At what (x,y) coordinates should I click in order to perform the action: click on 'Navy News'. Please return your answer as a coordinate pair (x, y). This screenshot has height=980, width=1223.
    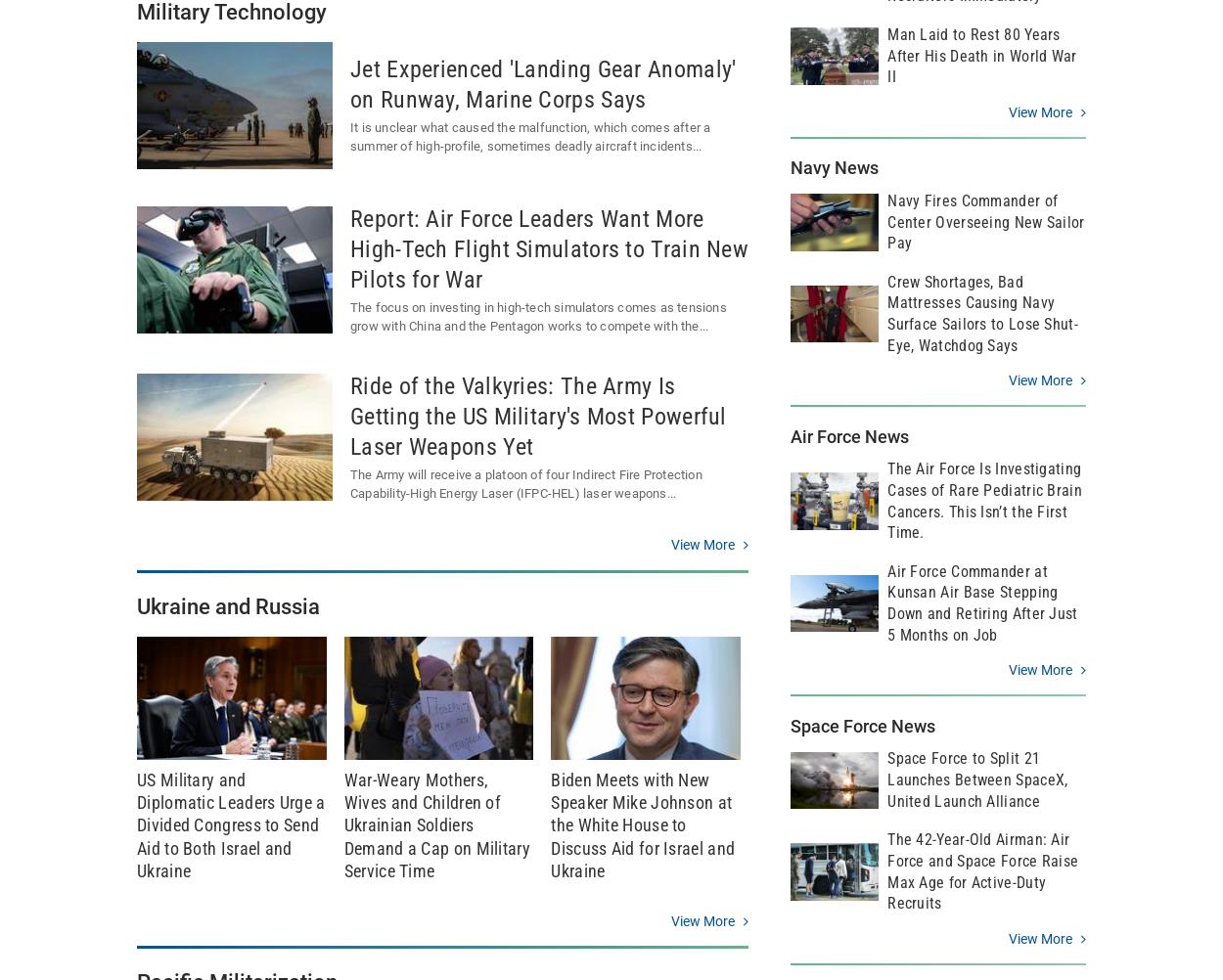
    Looking at the image, I should click on (834, 167).